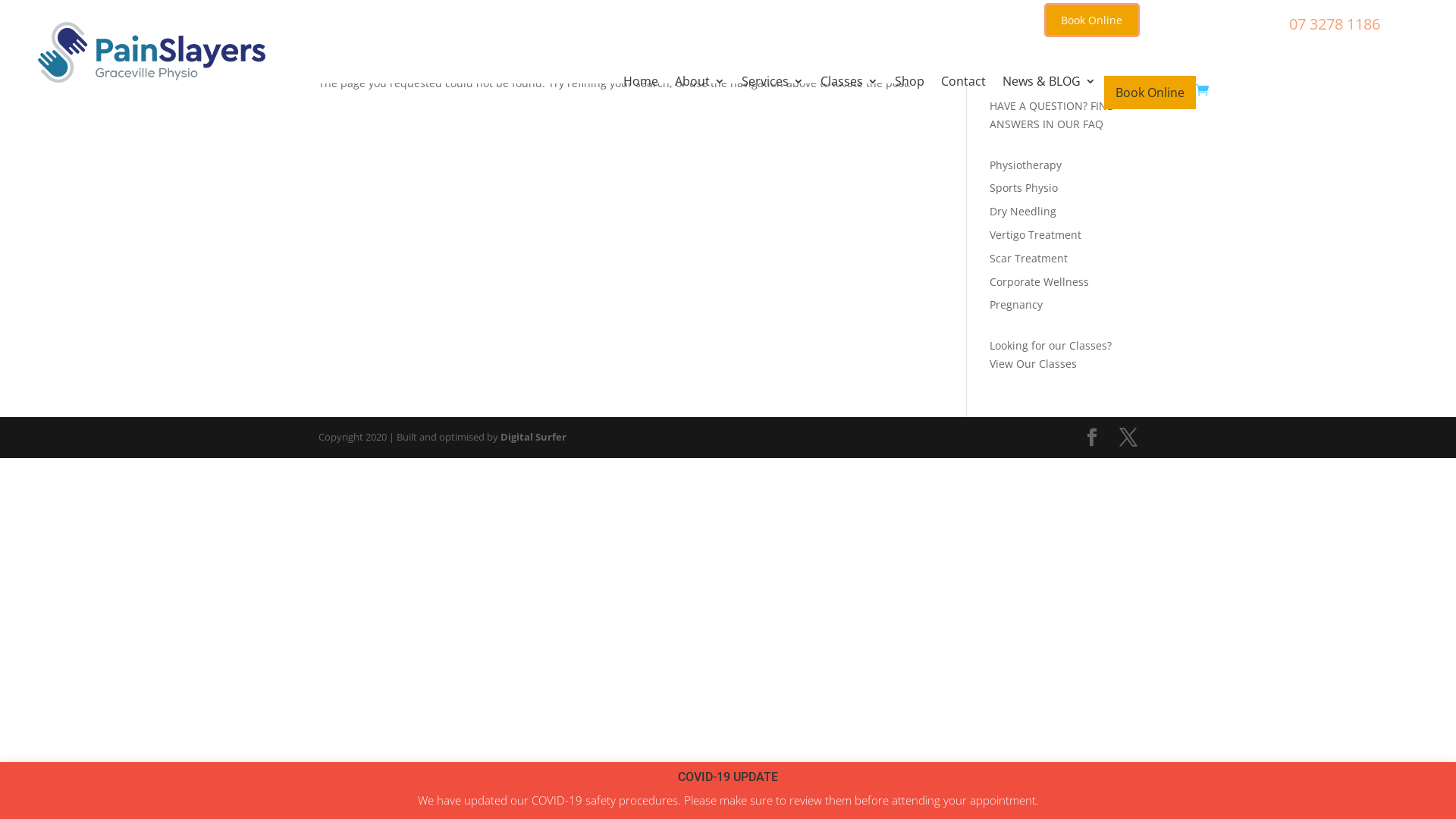  I want to click on 'Vertigo Treatment', so click(990, 234).